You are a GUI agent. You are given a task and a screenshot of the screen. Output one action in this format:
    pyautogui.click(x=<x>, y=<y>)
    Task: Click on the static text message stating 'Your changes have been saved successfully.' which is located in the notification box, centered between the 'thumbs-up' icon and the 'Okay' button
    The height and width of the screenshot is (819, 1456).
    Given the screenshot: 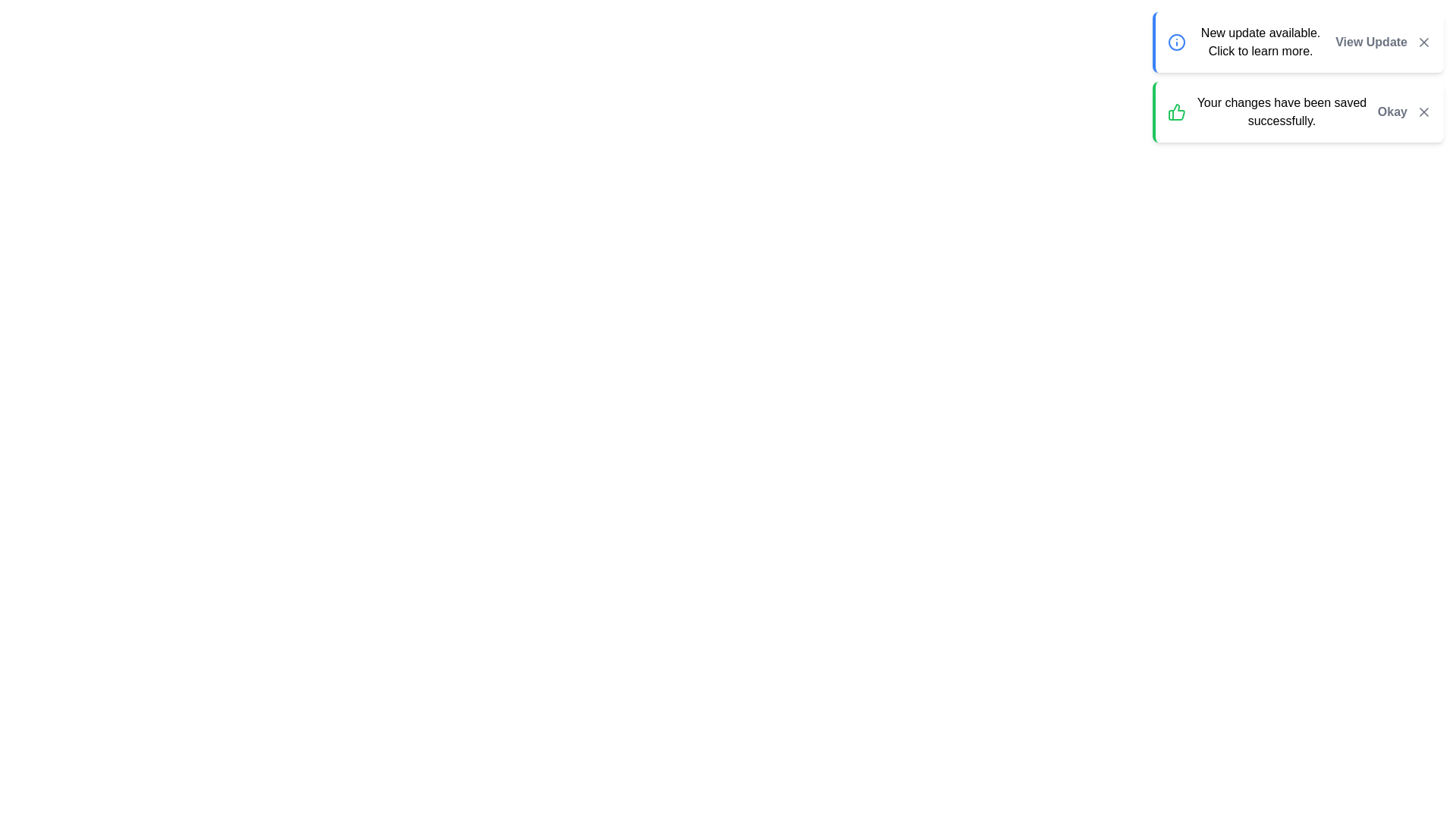 What is the action you would take?
    pyautogui.click(x=1281, y=111)
    